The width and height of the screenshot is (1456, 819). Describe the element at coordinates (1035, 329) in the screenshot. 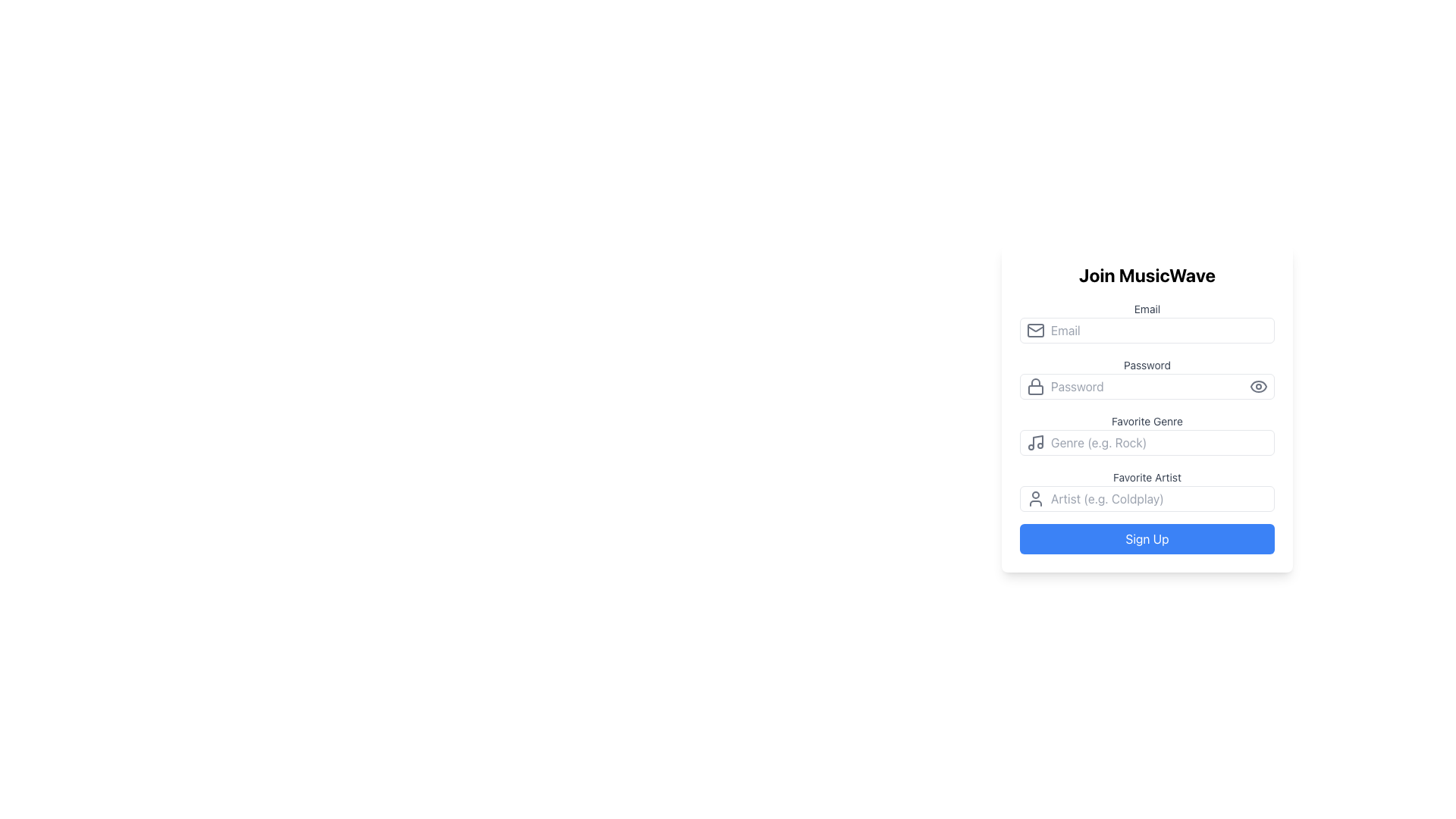

I see `the gray rectangular envelope outline icon that is part of the email icon, located to the left of the 'Email' input field` at that location.